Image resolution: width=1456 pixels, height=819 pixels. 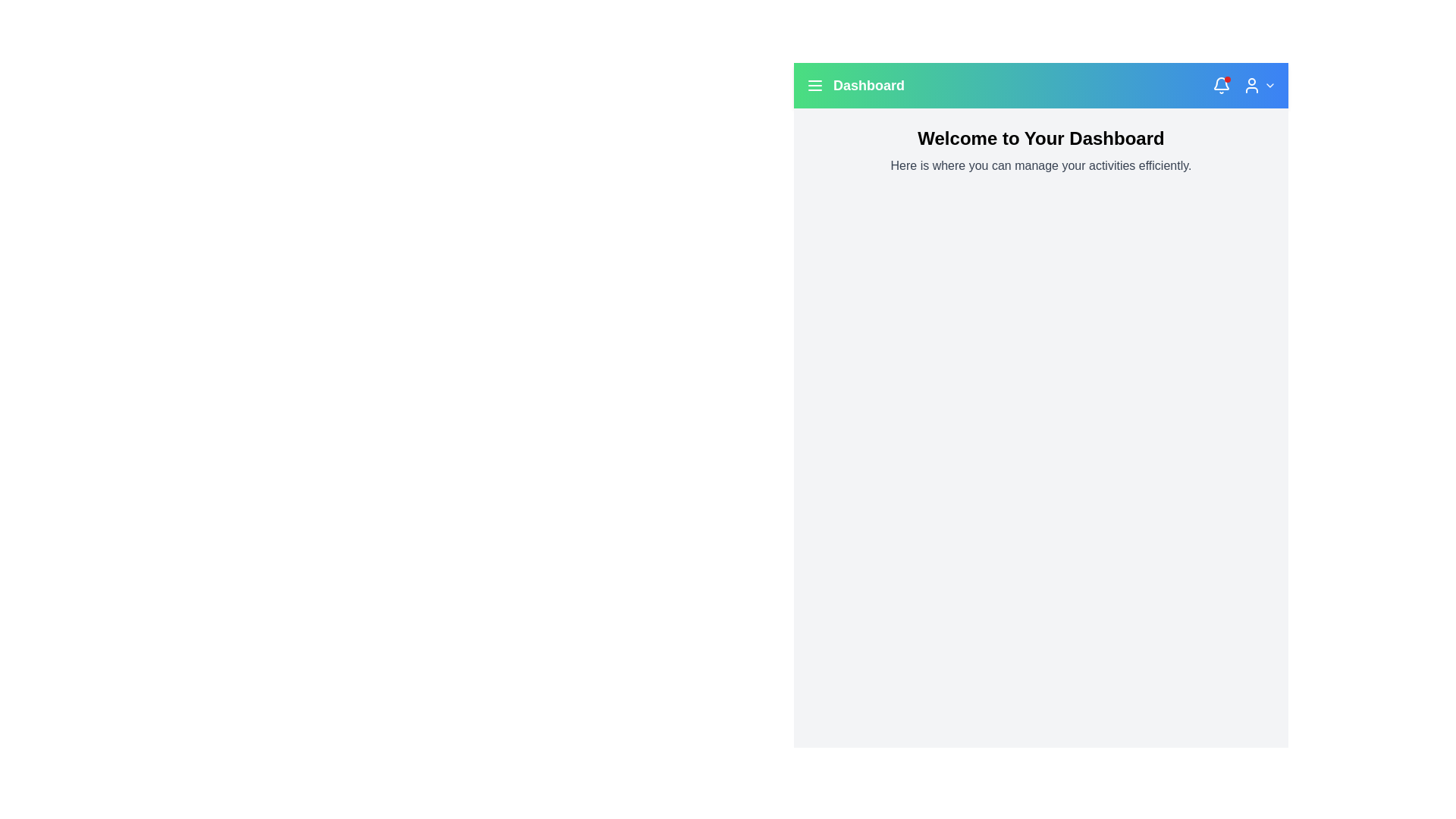 What do you see at coordinates (1222, 83) in the screenshot?
I see `the appearance of the bell icon located in the top-right region of the dashboard header, specifically focusing on the upper curved portion of the minimalist outline design` at bounding box center [1222, 83].